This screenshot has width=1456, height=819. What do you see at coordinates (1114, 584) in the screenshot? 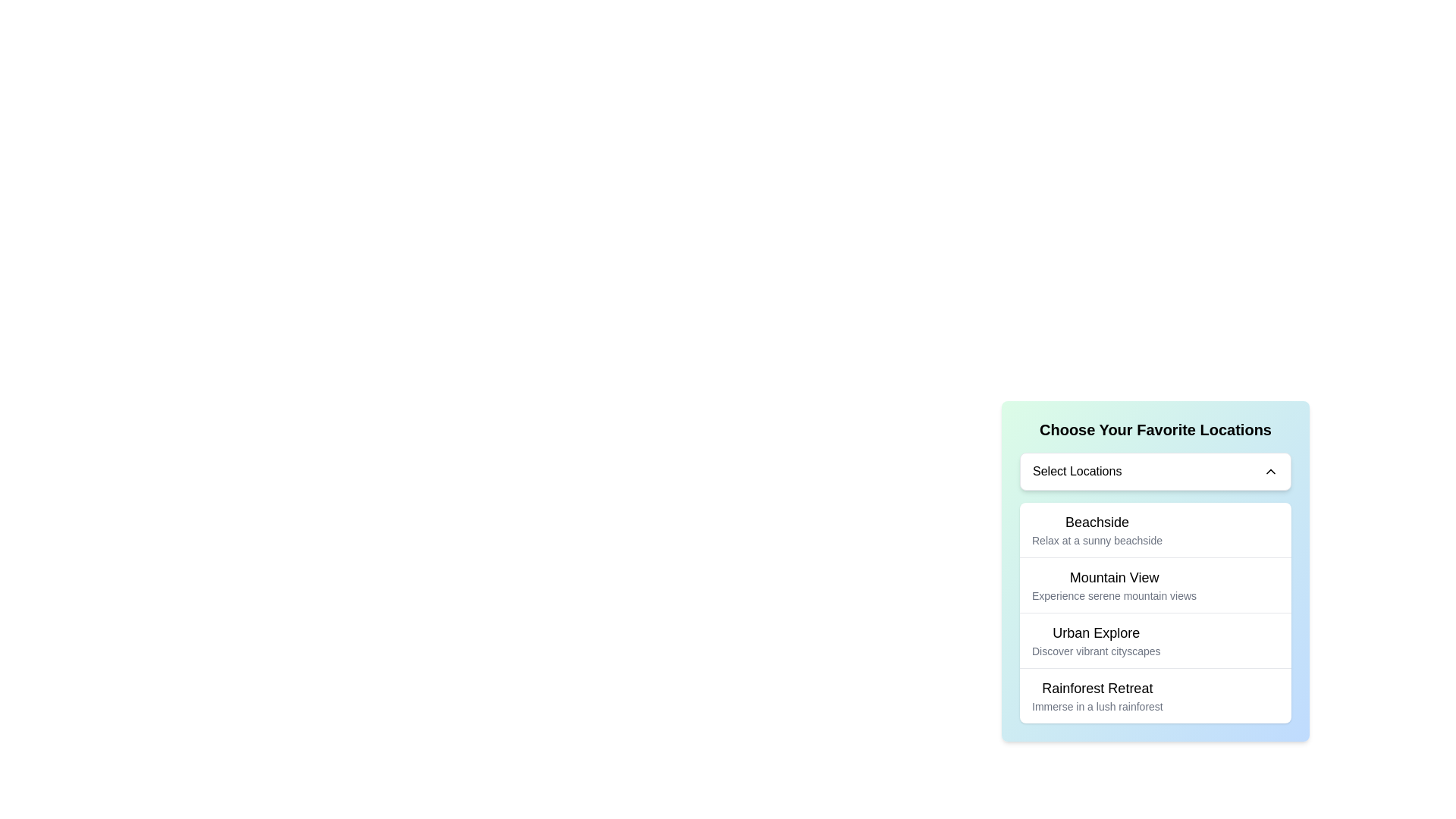
I see `the text label representing the 'Mountain View' location option, which describes 'Experience serene mountain views' in the list under 'Choose Your Favorite Locations'` at bounding box center [1114, 584].